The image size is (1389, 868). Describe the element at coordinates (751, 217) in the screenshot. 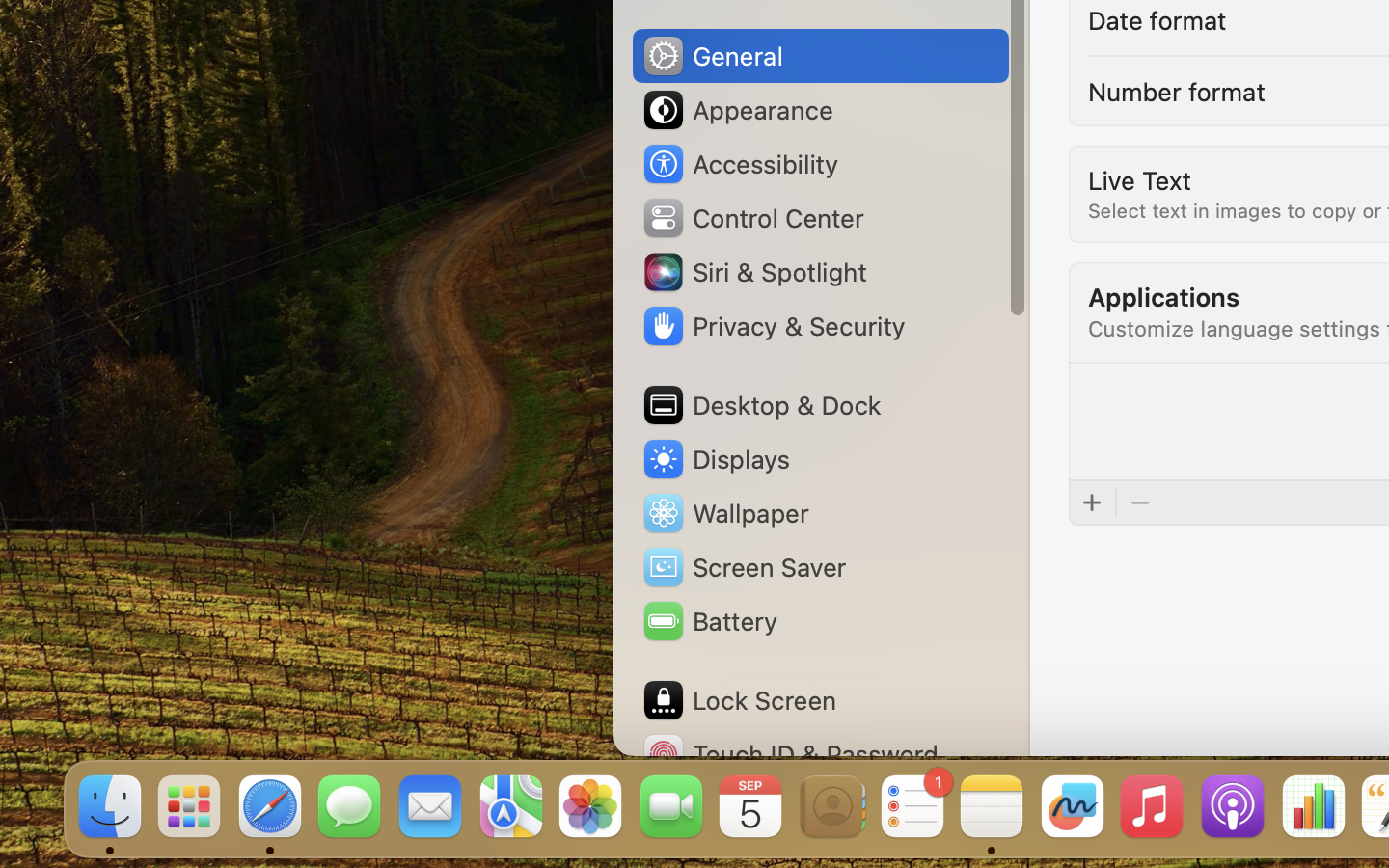

I see `'Control Center'` at that location.